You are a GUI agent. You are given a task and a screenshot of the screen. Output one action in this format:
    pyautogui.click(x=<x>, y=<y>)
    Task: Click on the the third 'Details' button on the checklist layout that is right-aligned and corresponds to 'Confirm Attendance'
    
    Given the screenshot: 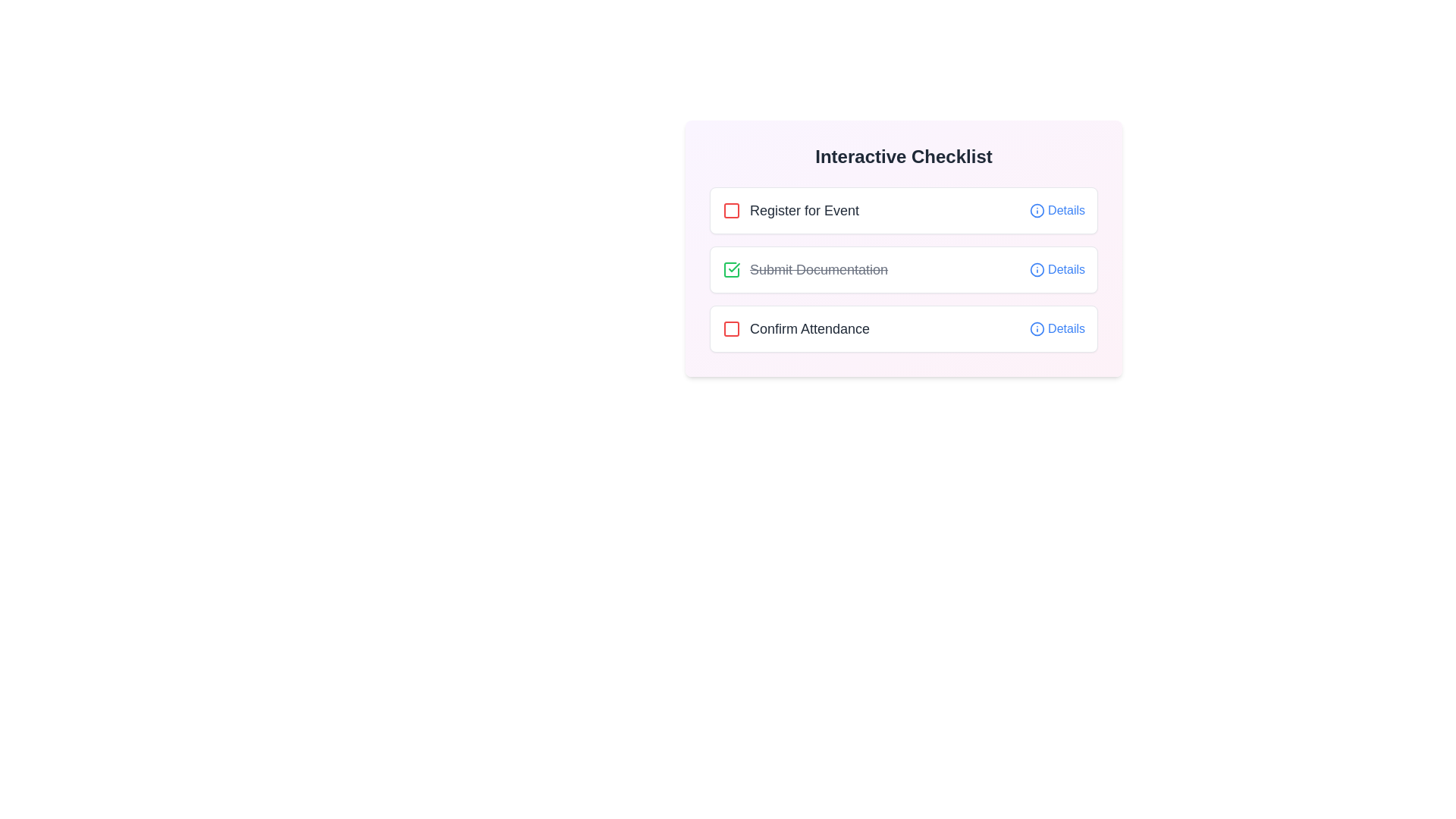 What is the action you would take?
    pyautogui.click(x=1056, y=328)
    